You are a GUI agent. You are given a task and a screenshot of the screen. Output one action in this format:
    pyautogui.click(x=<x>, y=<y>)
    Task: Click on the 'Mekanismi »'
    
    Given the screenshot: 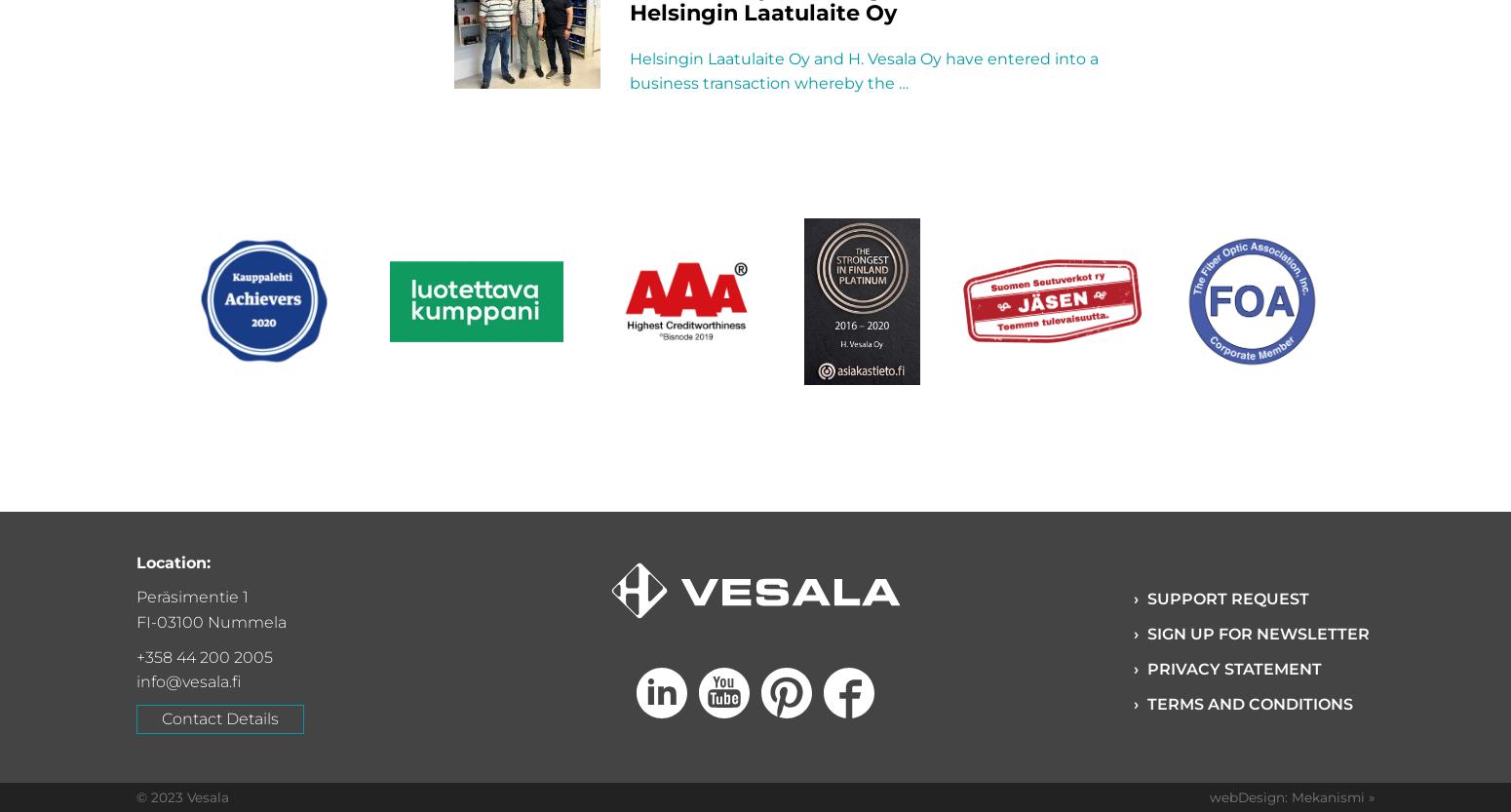 What is the action you would take?
    pyautogui.click(x=1333, y=795)
    